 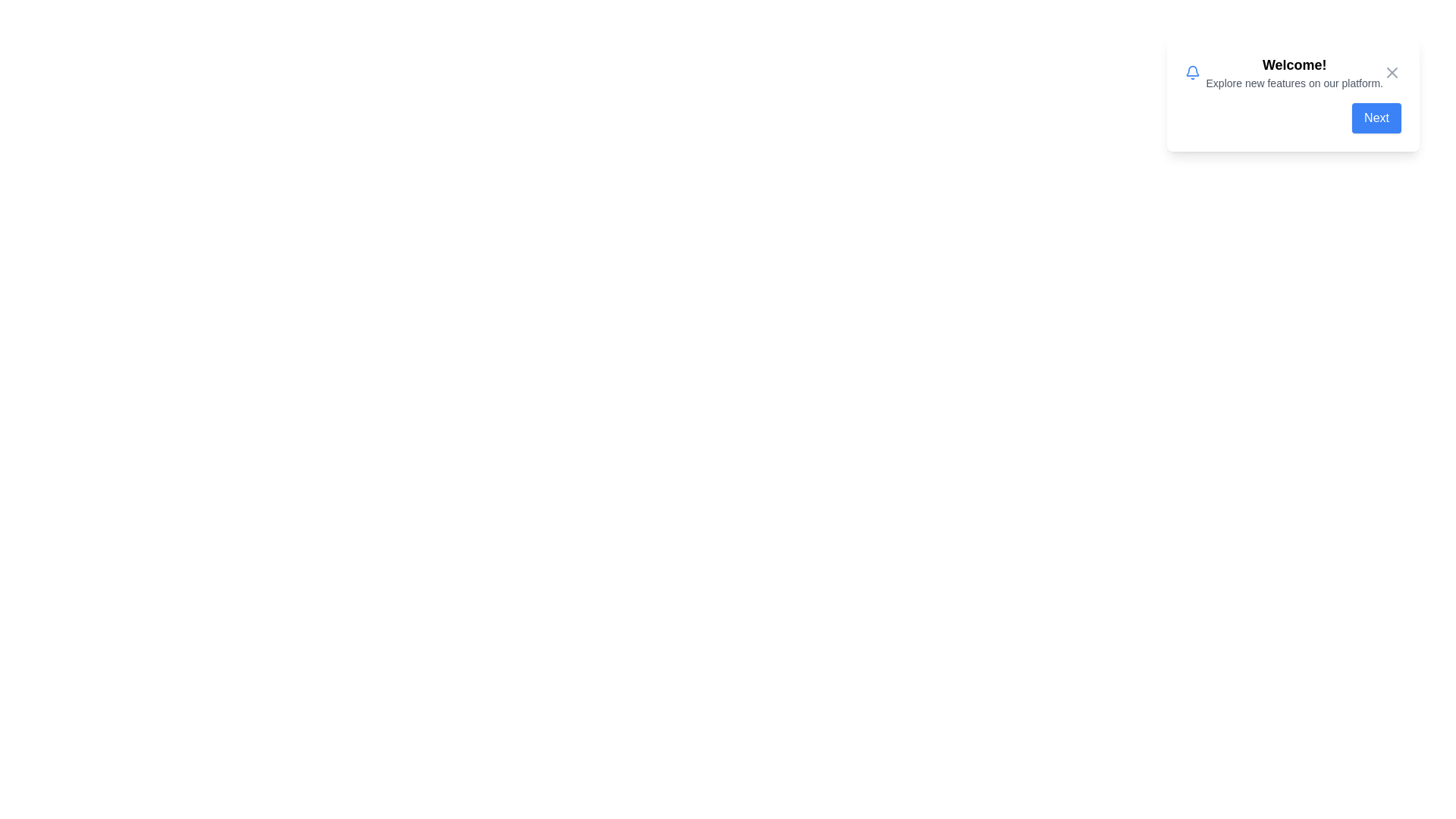 I want to click on the notification icon to focus on it, so click(x=1191, y=73).